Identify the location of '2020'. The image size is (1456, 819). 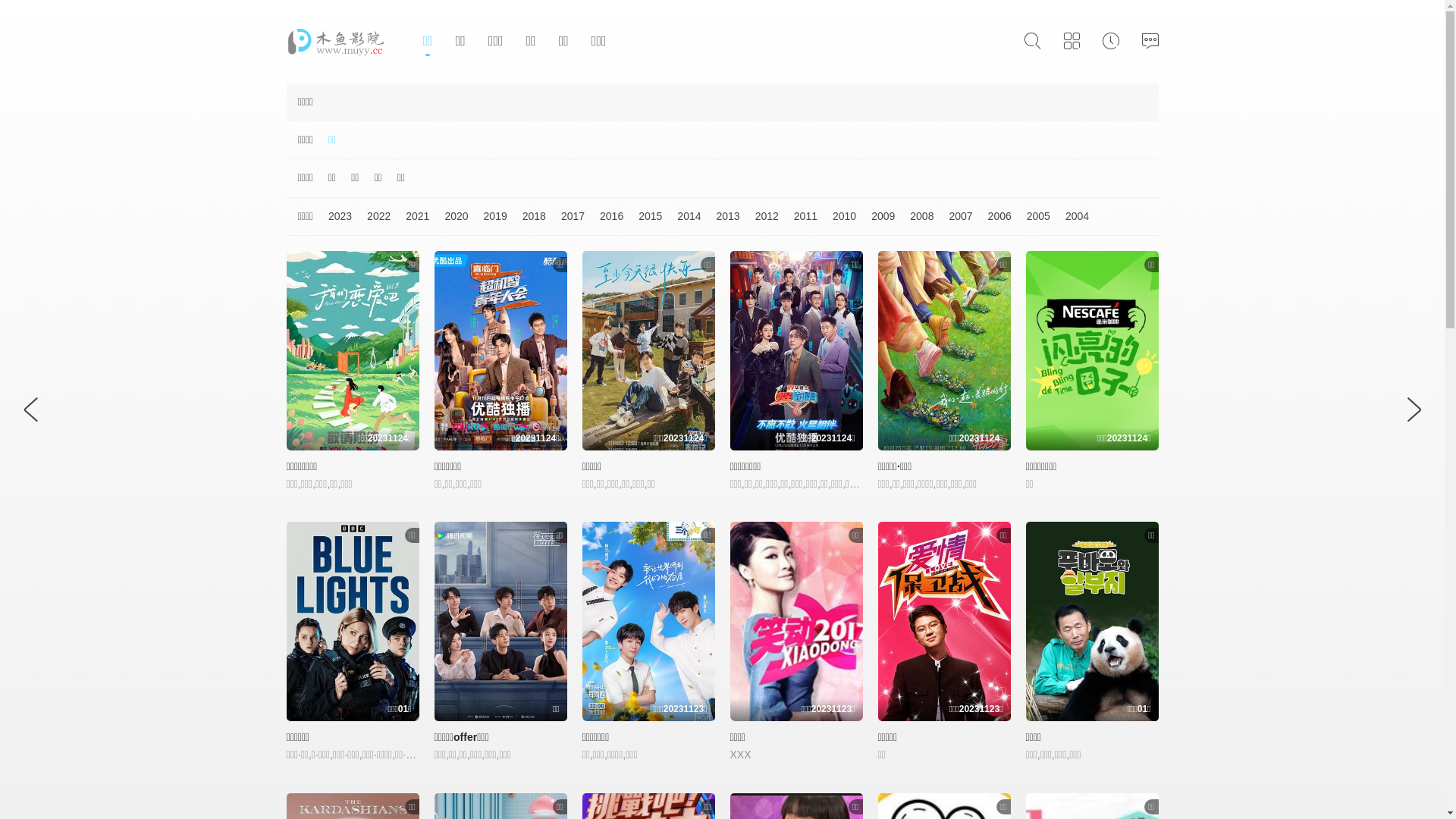
(447, 216).